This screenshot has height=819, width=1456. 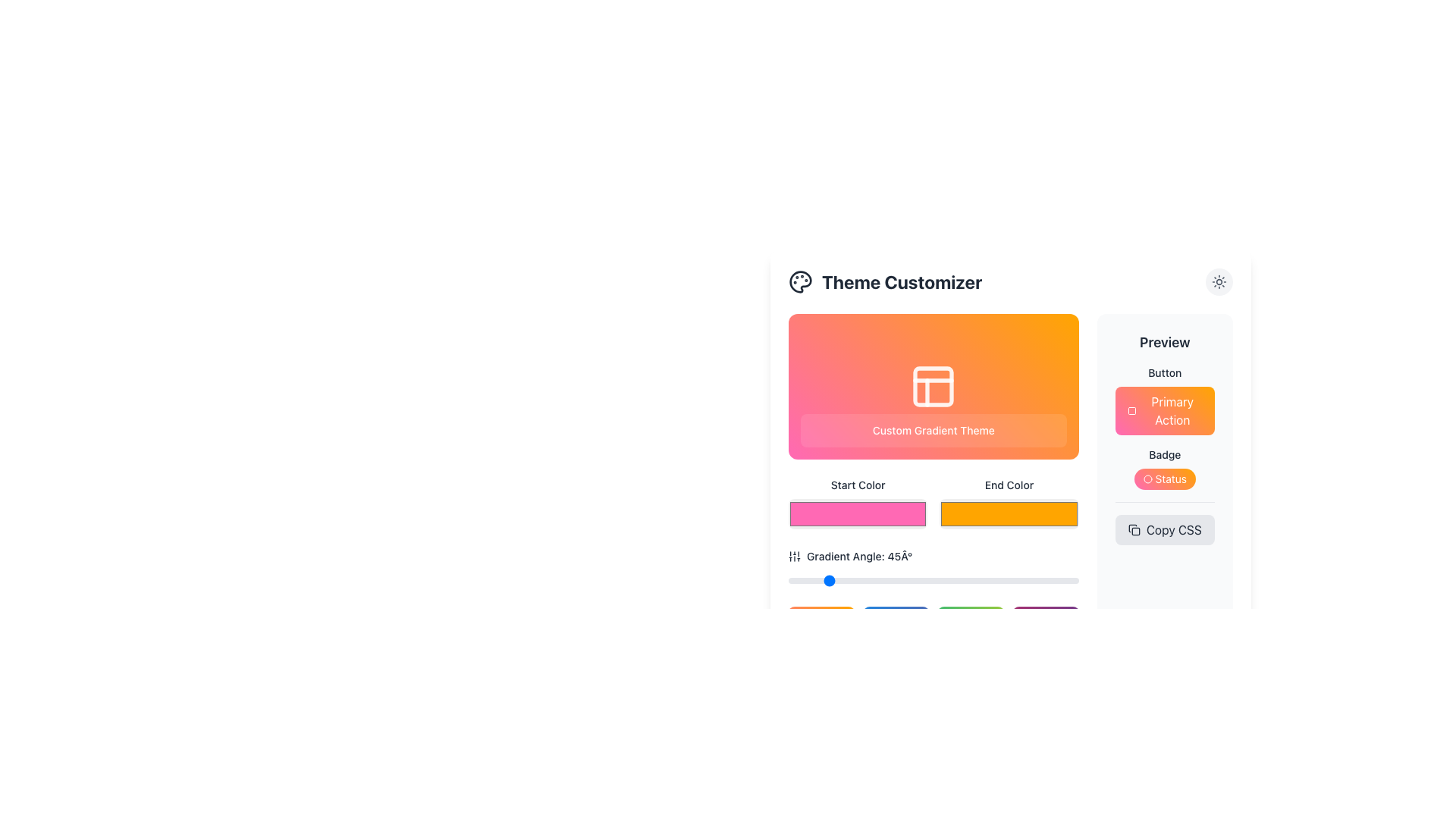 What do you see at coordinates (933, 504) in the screenshot?
I see `the left or right color selector in the gradient theme grid component` at bounding box center [933, 504].